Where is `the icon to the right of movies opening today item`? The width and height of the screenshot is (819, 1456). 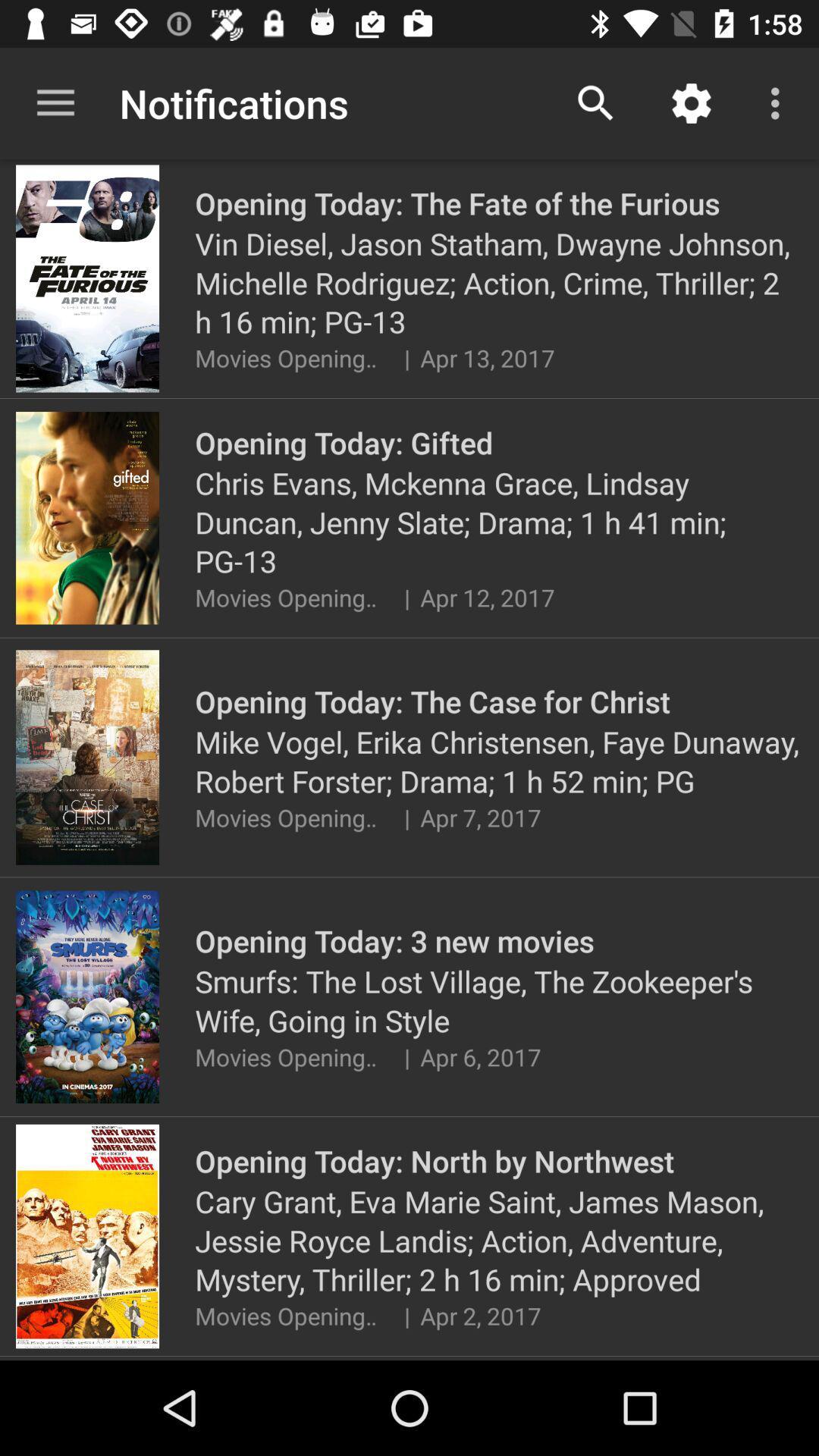 the icon to the right of movies opening today item is located at coordinates (406, 1315).